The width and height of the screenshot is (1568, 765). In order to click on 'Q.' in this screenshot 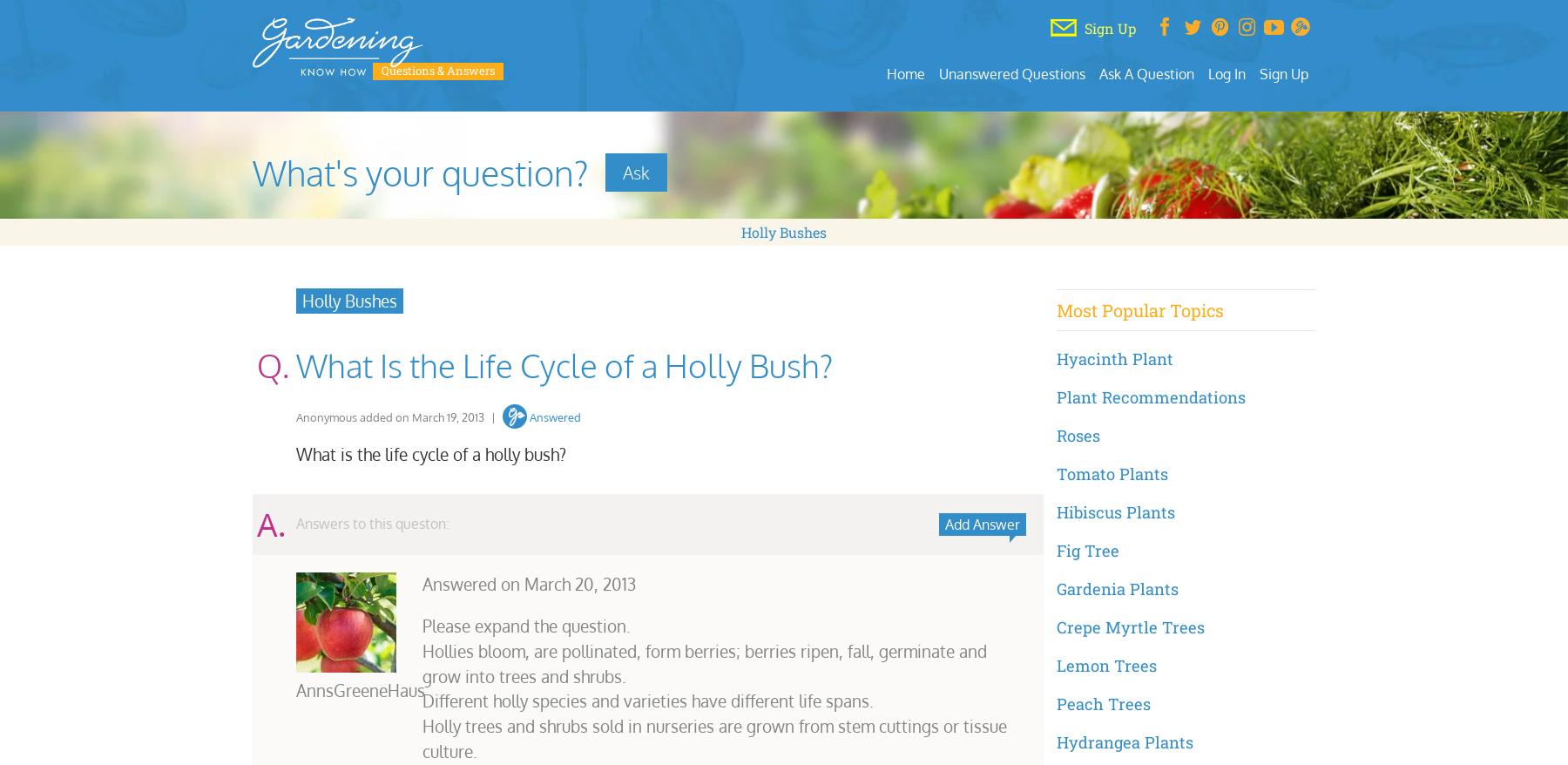, I will do `click(272, 365)`.